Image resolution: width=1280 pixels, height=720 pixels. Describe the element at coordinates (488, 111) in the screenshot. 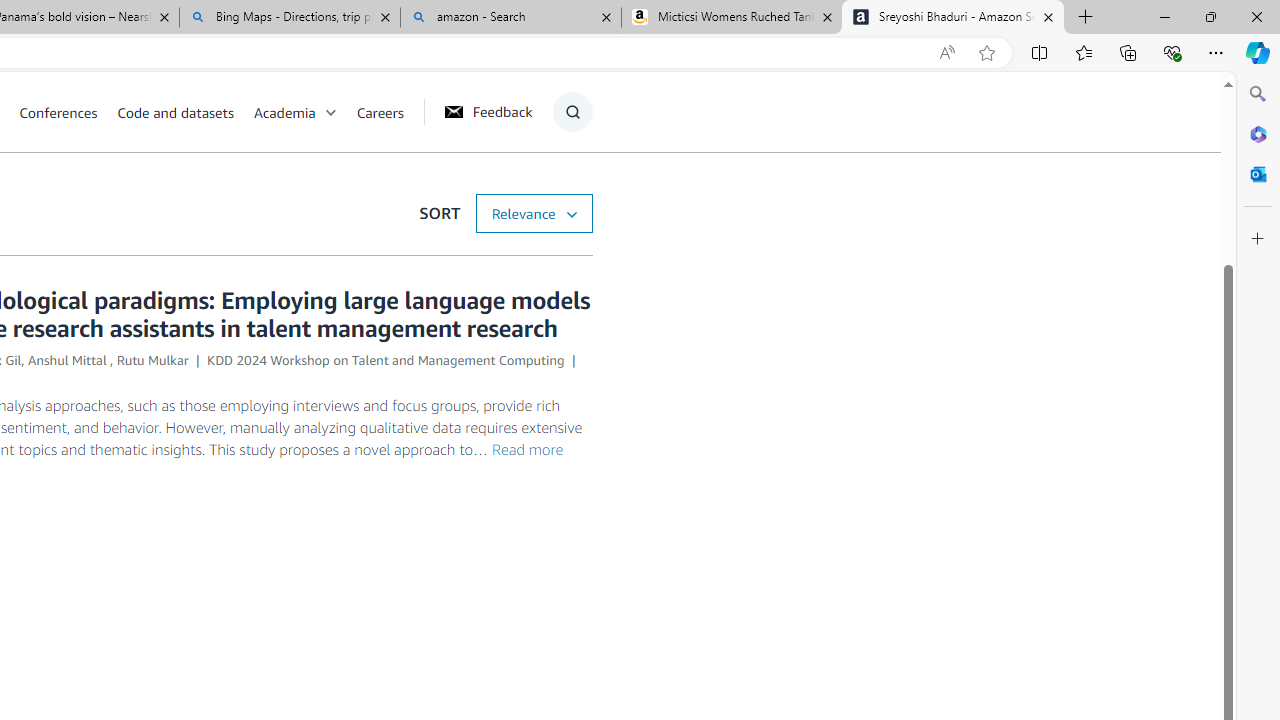

I see `'Feedback'` at that location.